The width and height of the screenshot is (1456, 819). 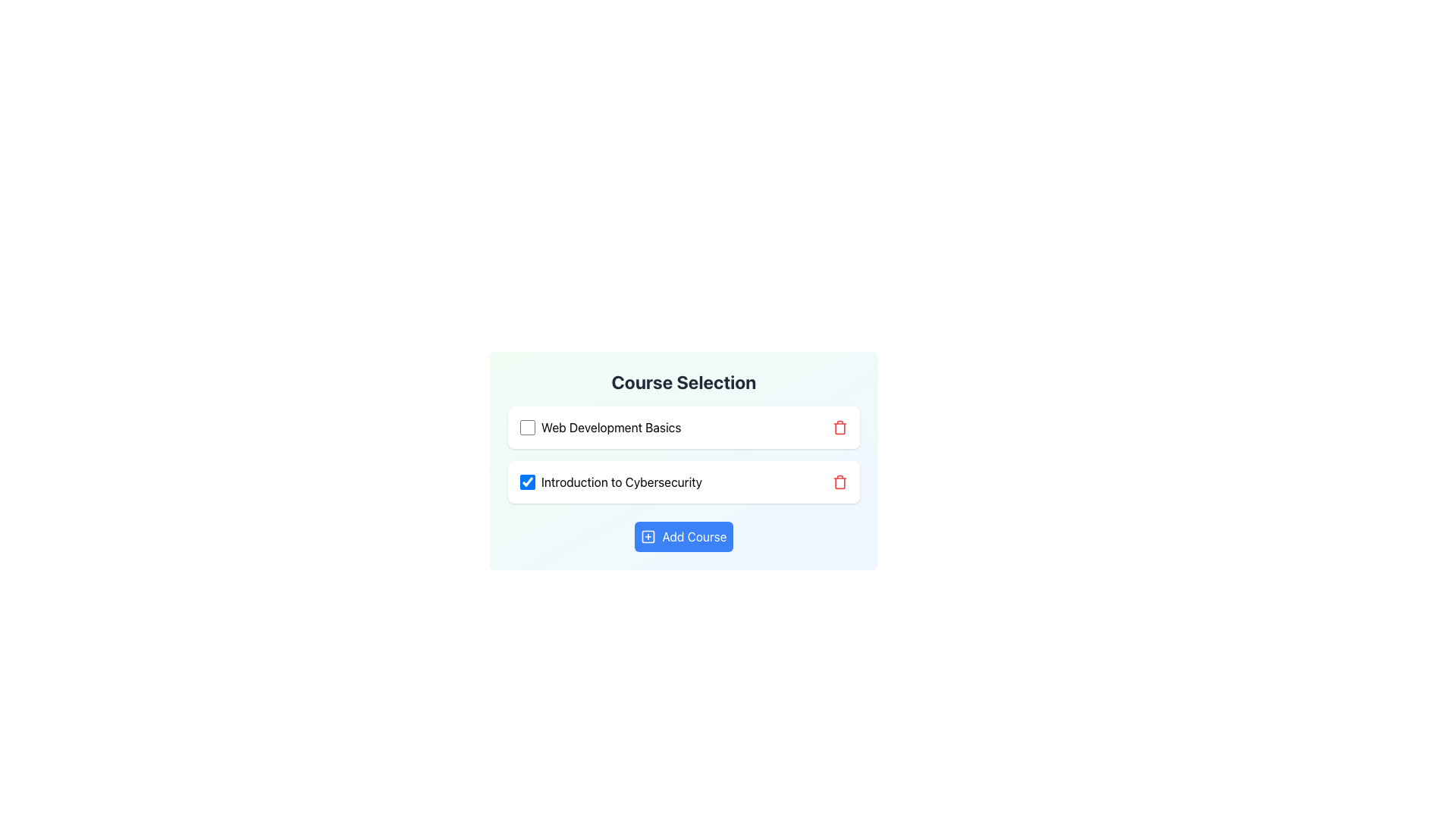 What do you see at coordinates (611, 482) in the screenshot?
I see `the text label of the course selection checkbox component located between 'Web Development Basics' and 'Add Course'` at bounding box center [611, 482].